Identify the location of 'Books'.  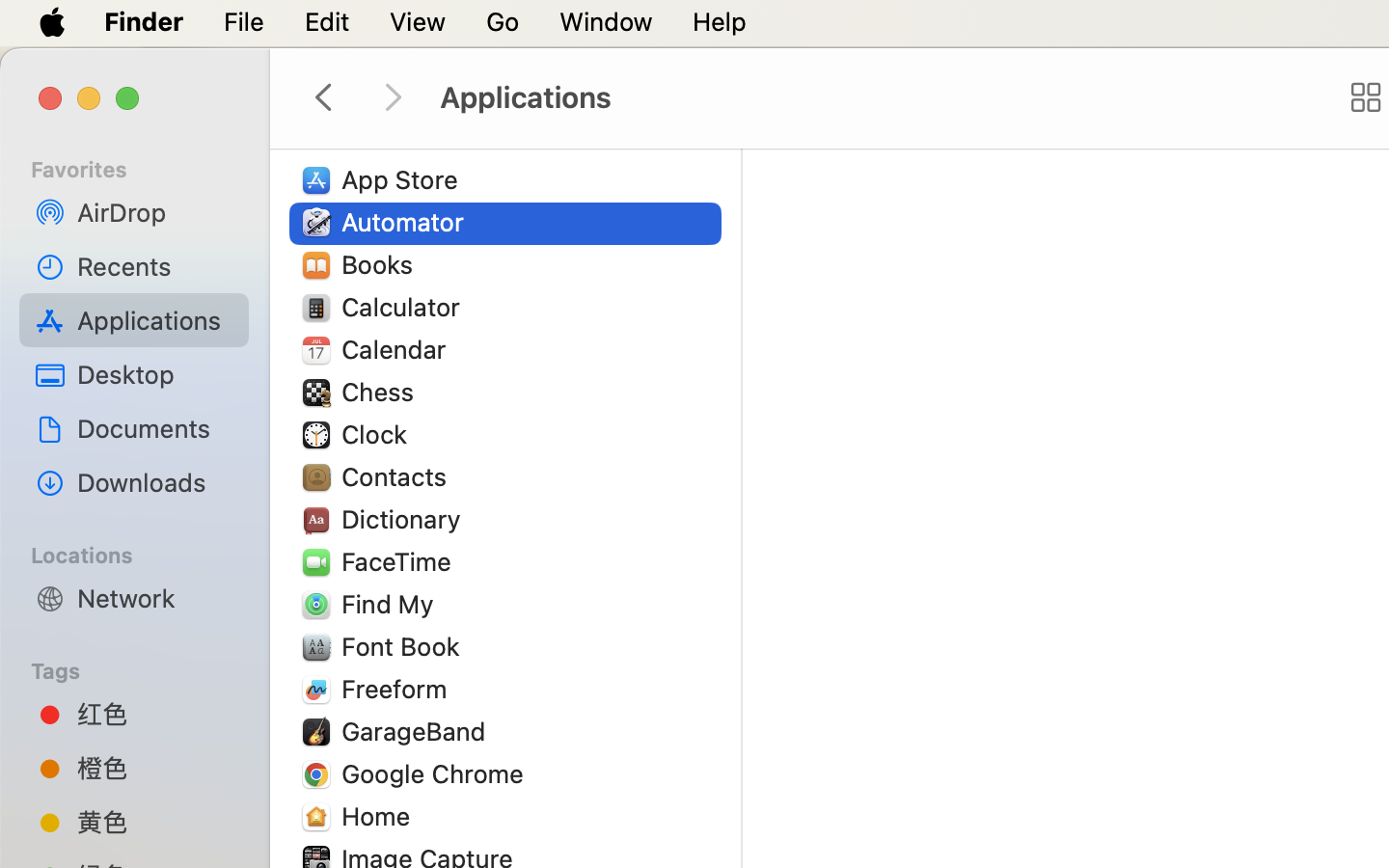
(381, 262).